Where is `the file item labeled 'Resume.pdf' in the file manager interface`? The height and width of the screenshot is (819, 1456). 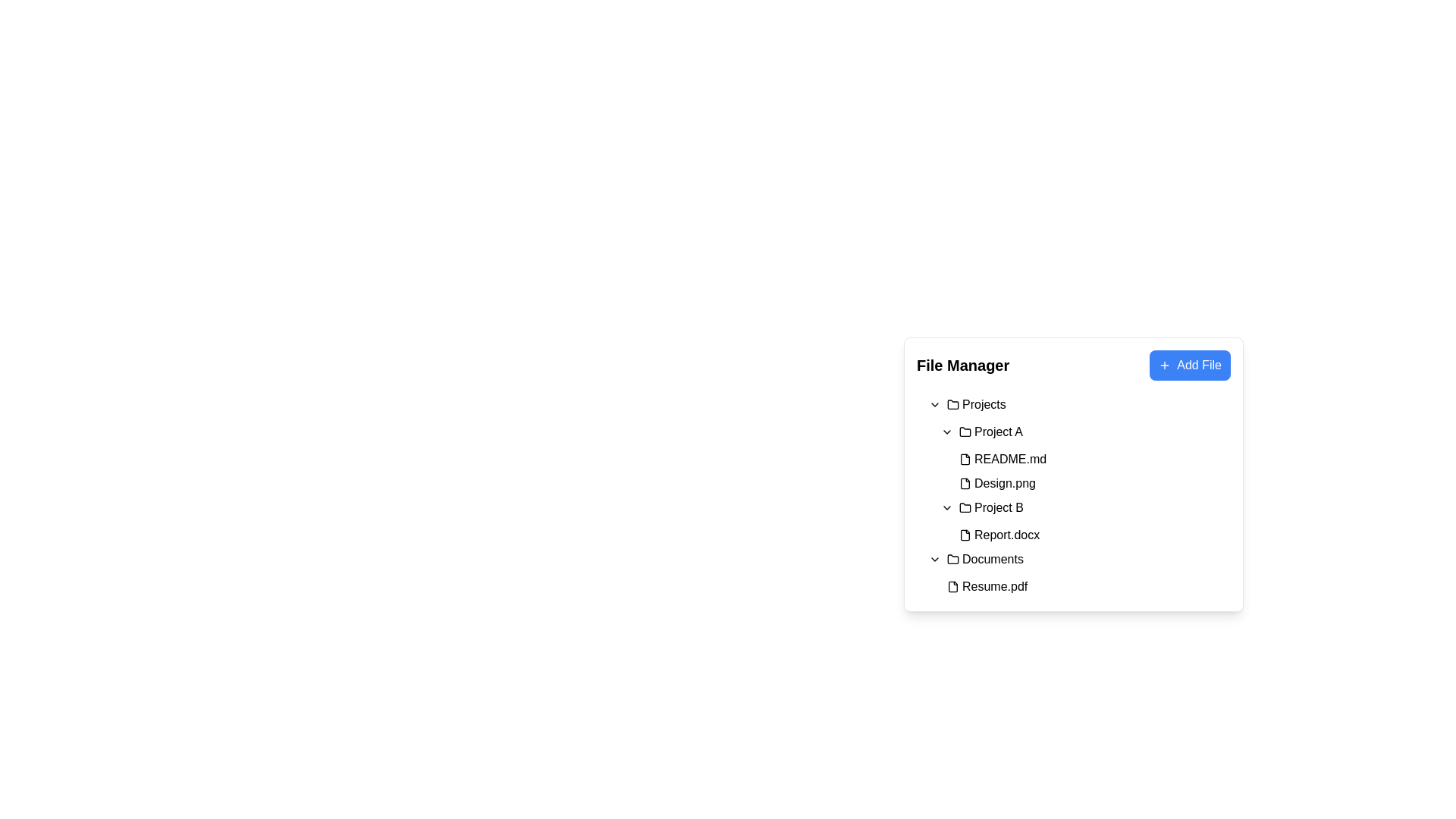
the file item labeled 'Resume.pdf' in the file manager interface is located at coordinates (1084, 586).